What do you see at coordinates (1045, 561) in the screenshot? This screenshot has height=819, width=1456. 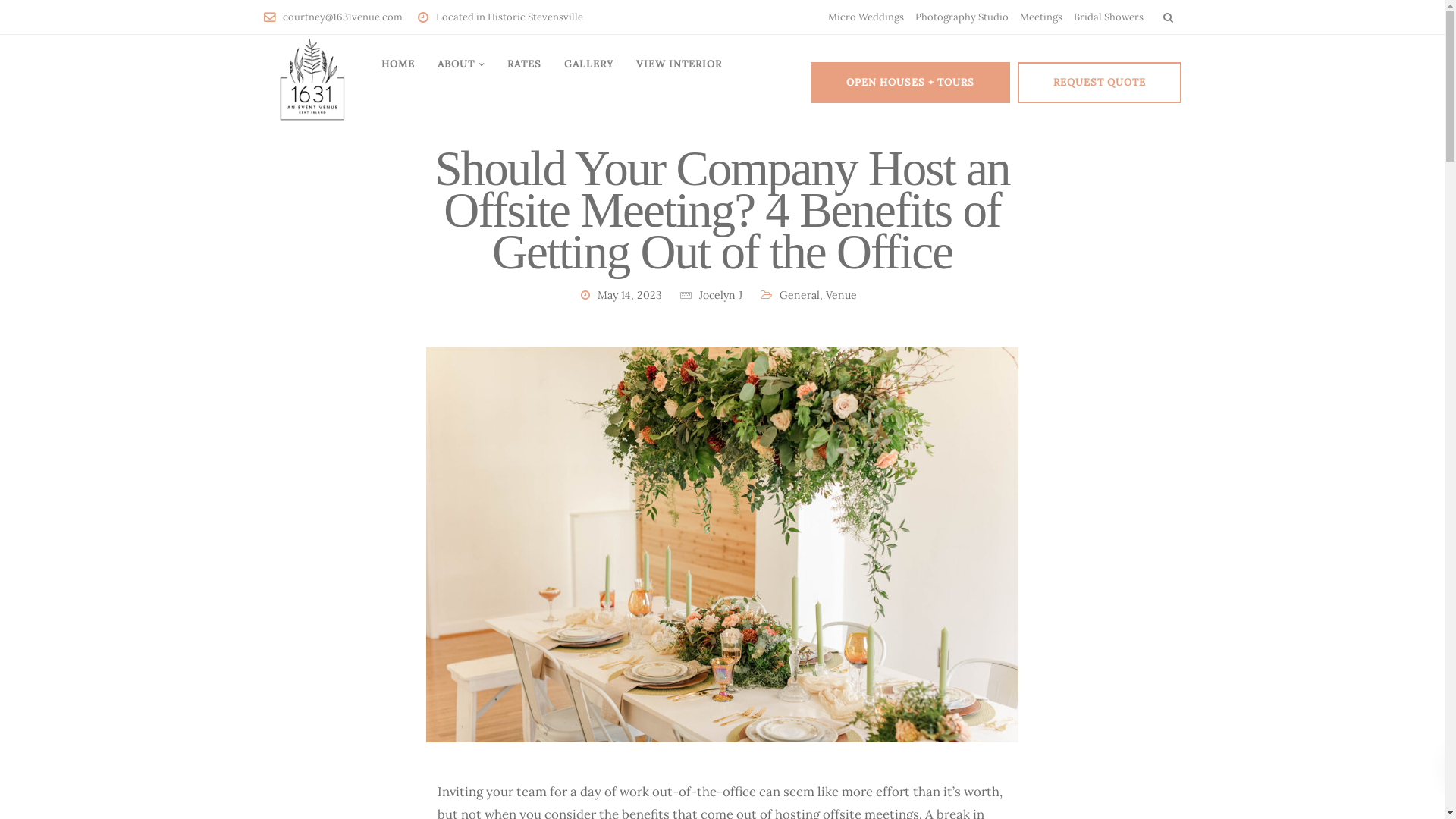 I see `'LINK TO GOOGLE DIRECTIONS'` at bounding box center [1045, 561].